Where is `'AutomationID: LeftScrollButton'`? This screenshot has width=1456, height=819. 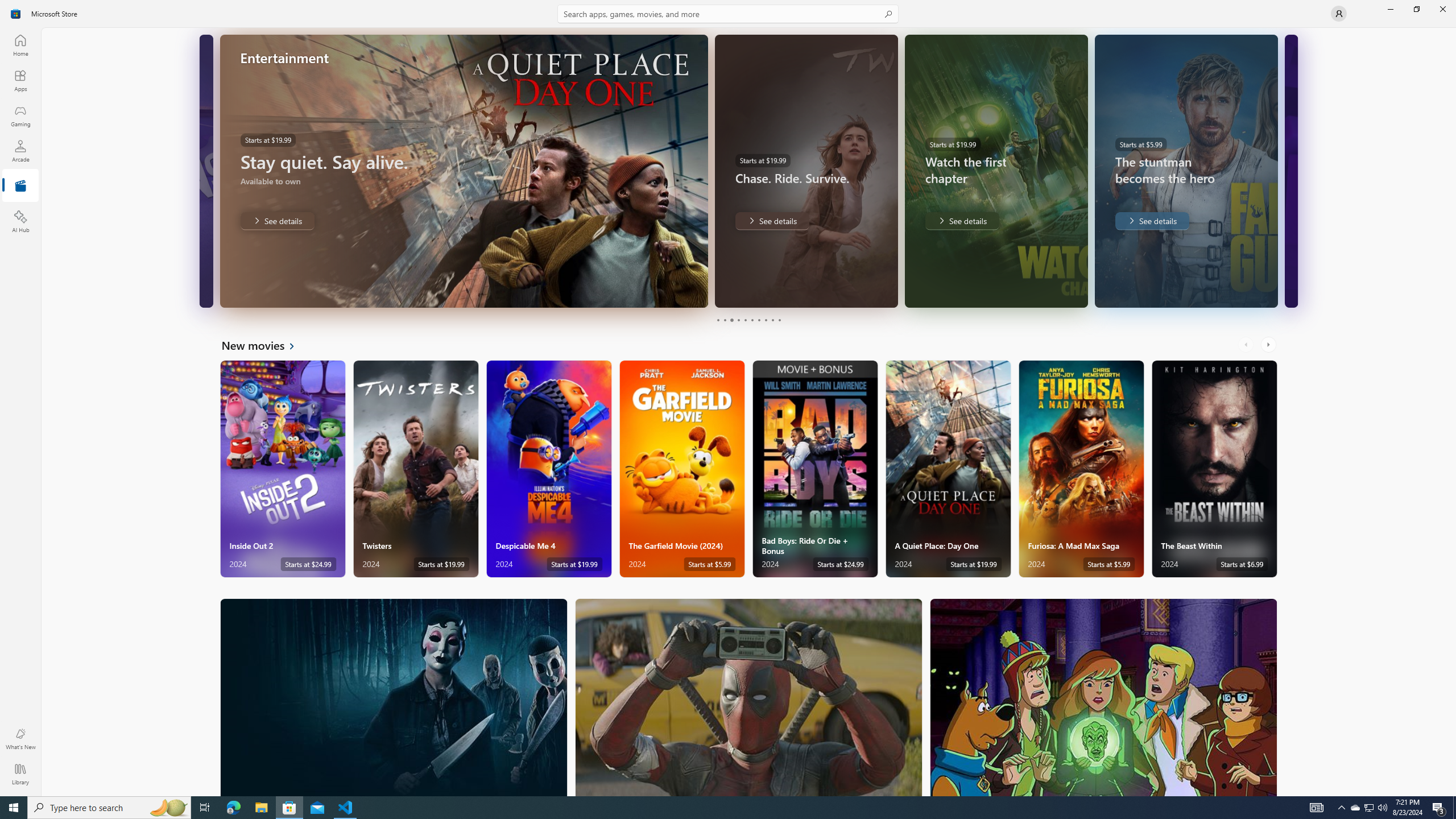 'AutomationID: LeftScrollButton' is located at coordinates (1247, 344).